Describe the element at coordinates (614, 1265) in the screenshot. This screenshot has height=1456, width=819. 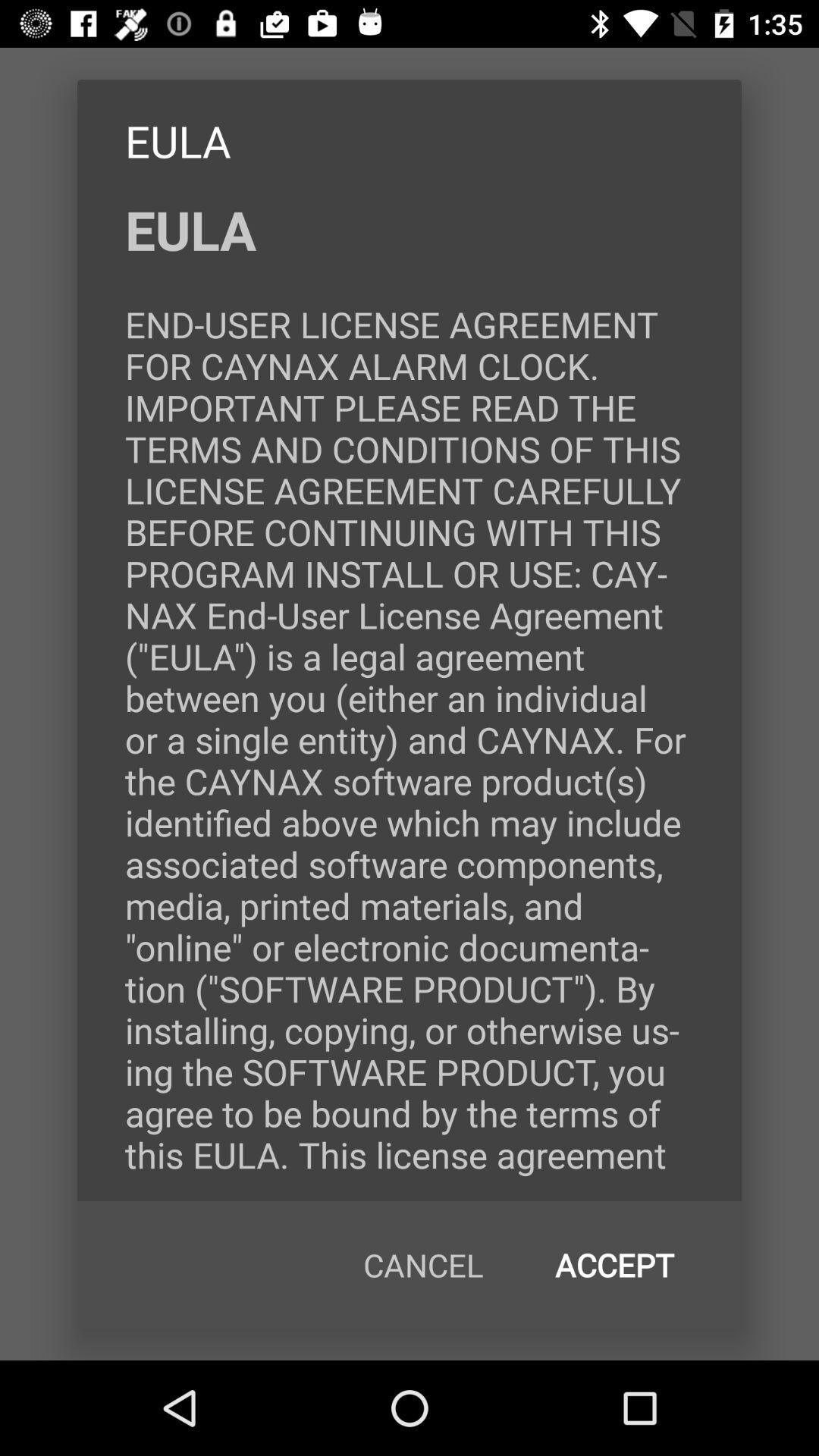
I see `button to the right of the cancel button` at that location.